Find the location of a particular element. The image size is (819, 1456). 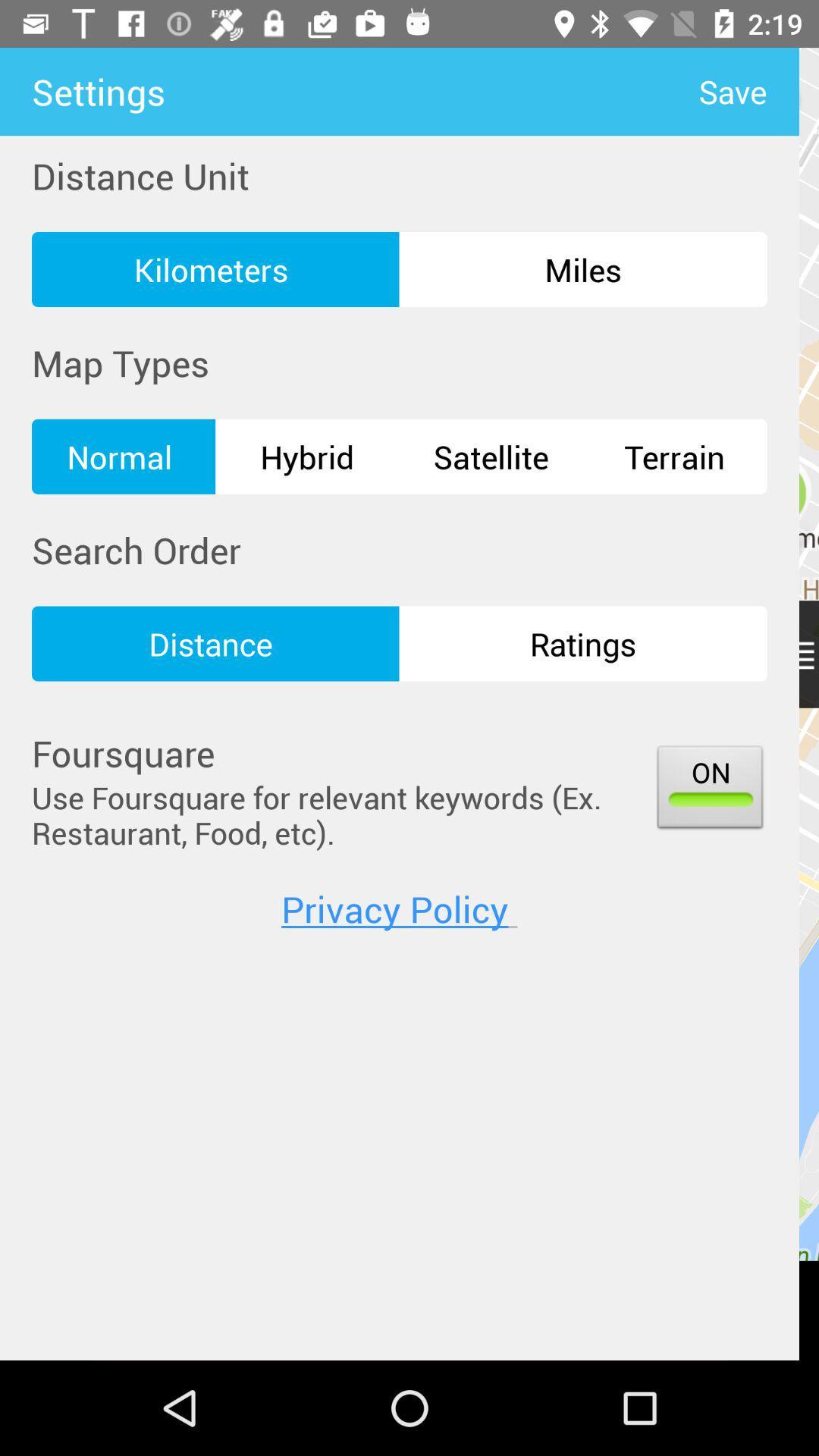

icon below ratings is located at coordinates (710, 789).